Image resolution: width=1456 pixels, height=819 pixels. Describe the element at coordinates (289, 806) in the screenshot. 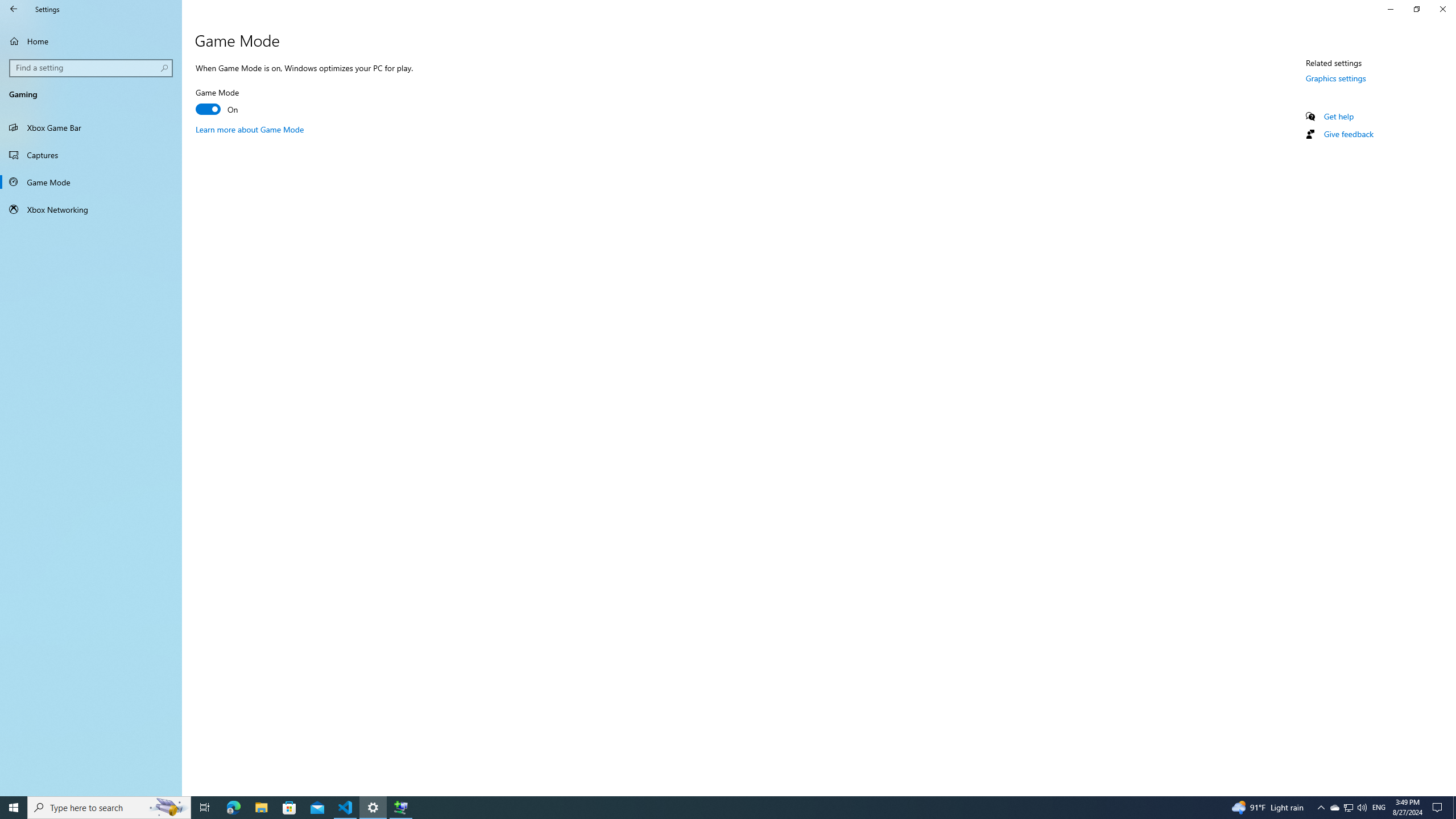

I see `'Microsoft Store'` at that location.